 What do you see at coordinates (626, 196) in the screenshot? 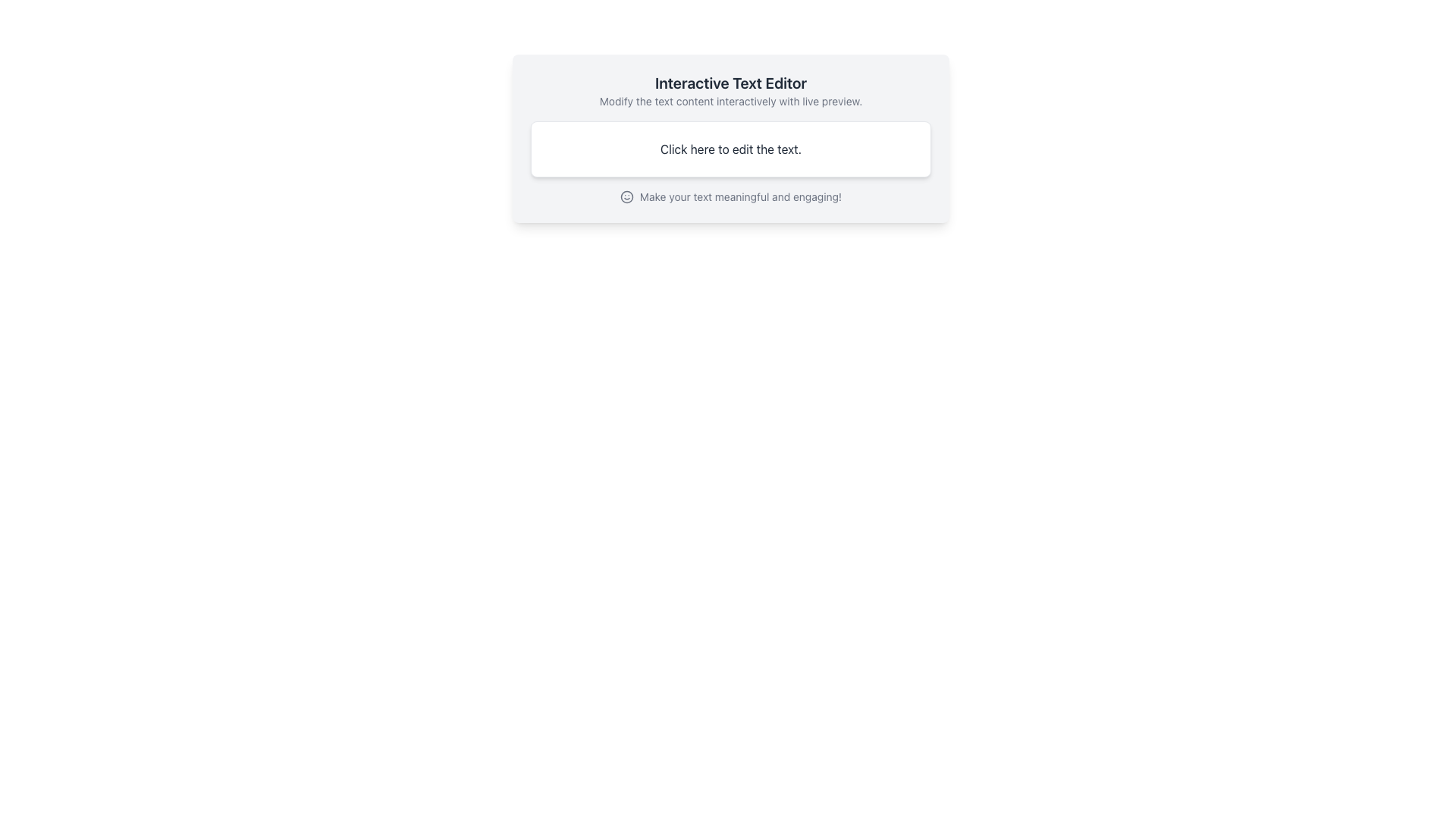
I see `the circular SVG graphic component located at the lower portion of the interface, adjacent to the text 'Make your text meaningful and engaging!'` at bounding box center [626, 196].